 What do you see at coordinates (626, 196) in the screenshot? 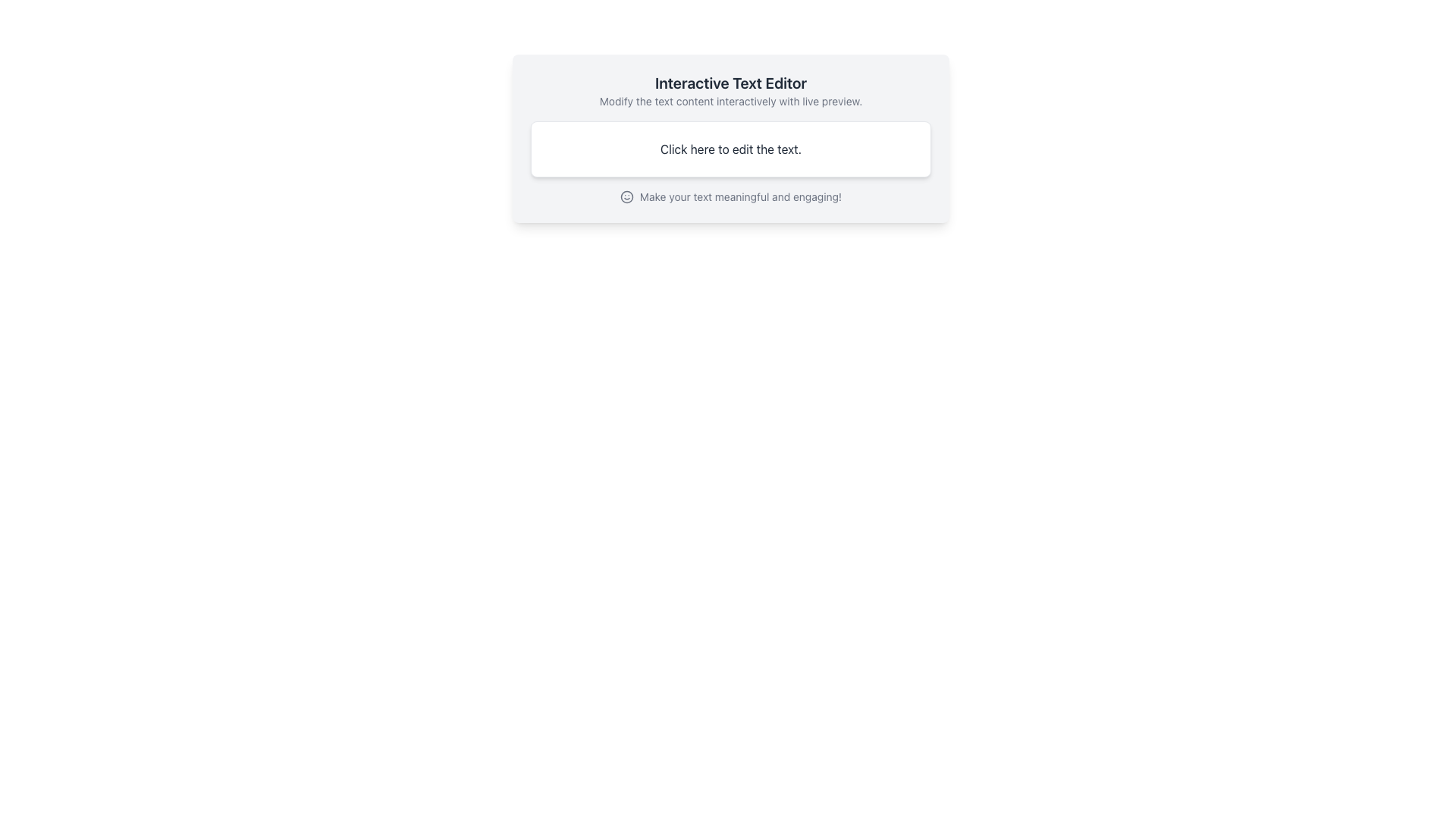
I see `the circular SVG graphic component located at the lower portion of the interface, adjacent to the text 'Make your text meaningful and engaging!'` at bounding box center [626, 196].